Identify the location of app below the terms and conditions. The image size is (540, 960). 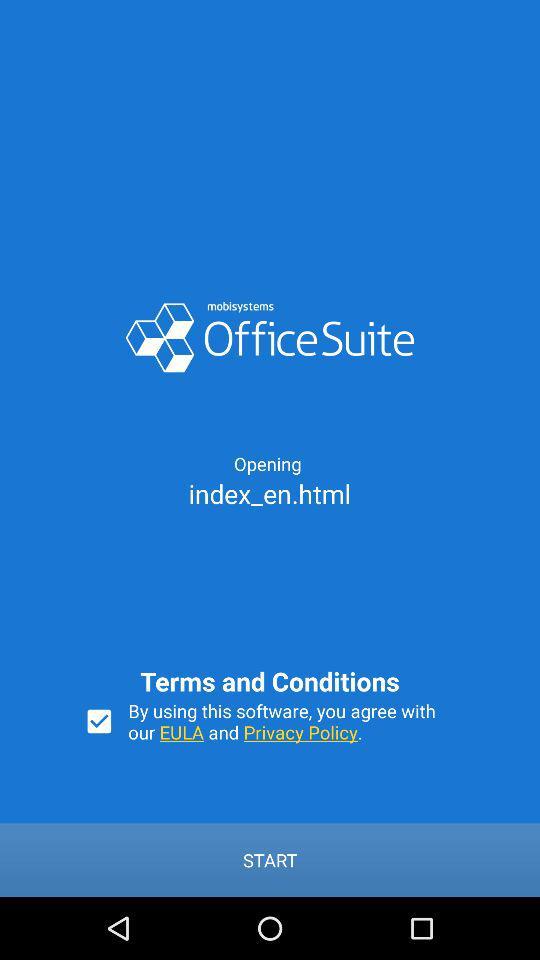
(291, 720).